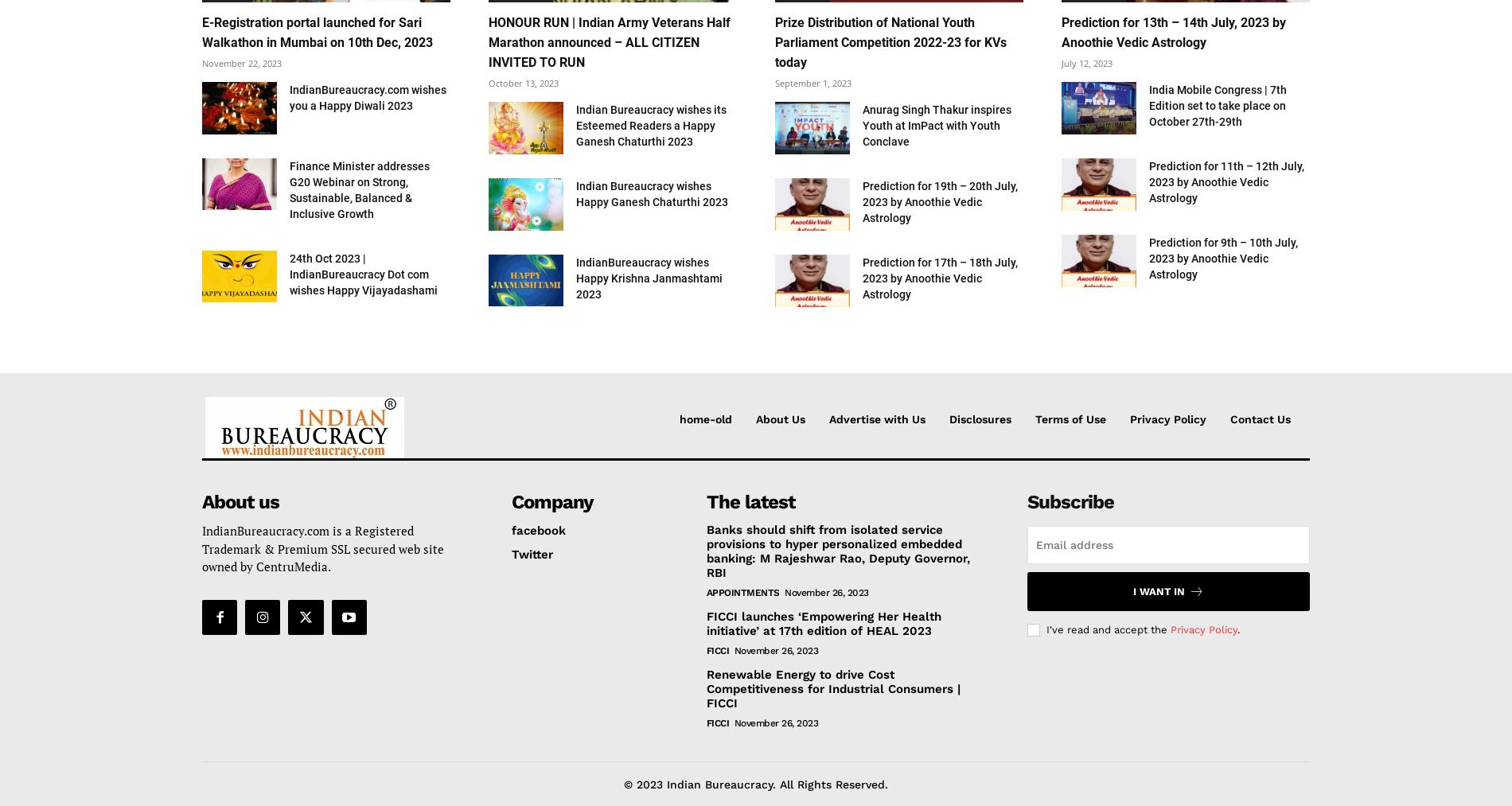 This screenshot has width=1512, height=806. I want to click on 'October 13, 2023', so click(523, 83).